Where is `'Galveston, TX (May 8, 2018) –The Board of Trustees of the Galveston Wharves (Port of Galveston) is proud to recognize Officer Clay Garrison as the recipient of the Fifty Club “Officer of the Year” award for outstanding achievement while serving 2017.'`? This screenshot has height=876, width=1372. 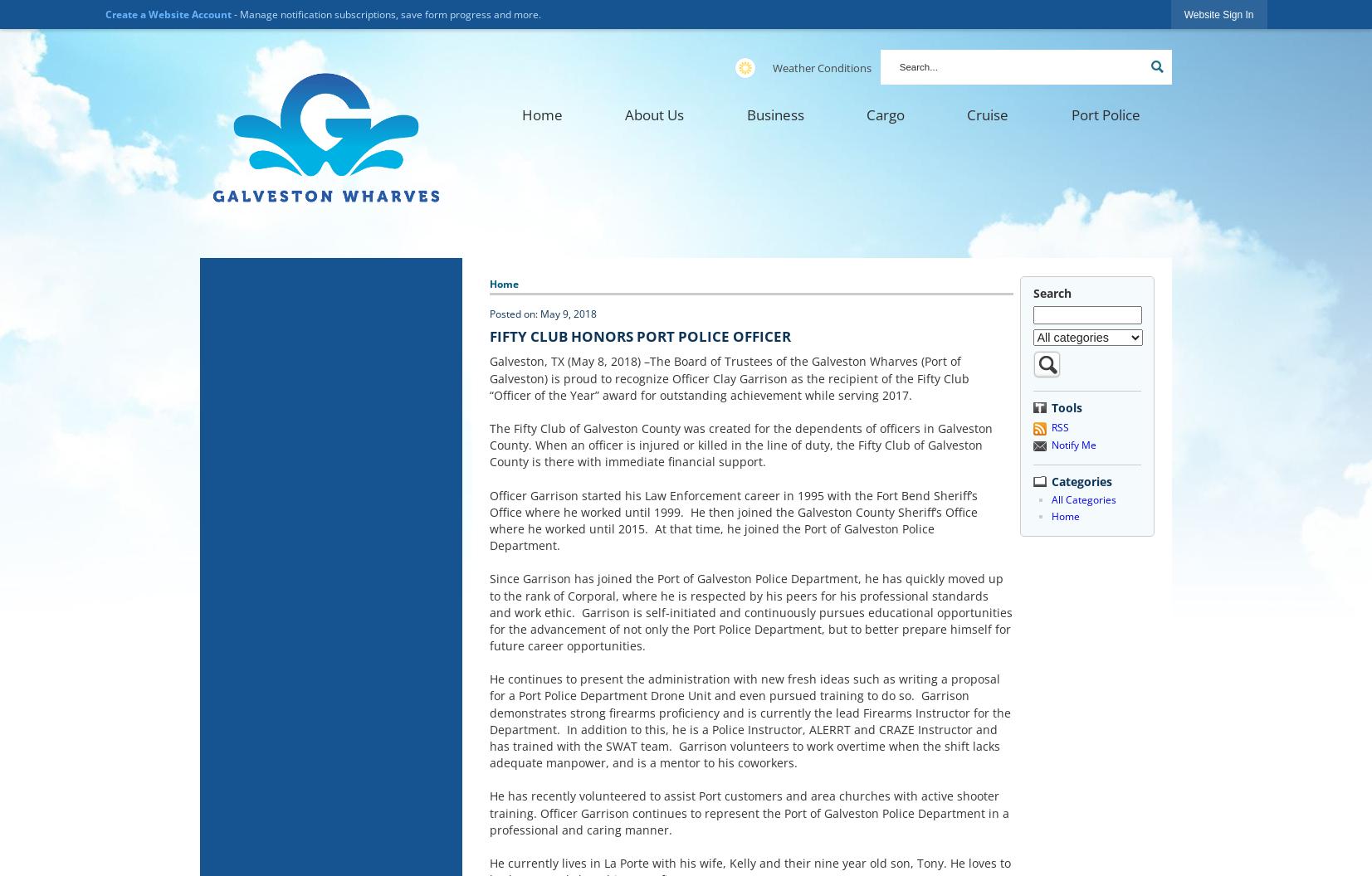 'Galveston, TX (May 8, 2018) –The Board of Trustees of the Galveston Wharves (Port of Galveston) is proud to recognize Officer Clay Garrison as the recipient of the Fifty Club “Officer of the Year” award for outstanding achievement while serving 2017.' is located at coordinates (488, 377).